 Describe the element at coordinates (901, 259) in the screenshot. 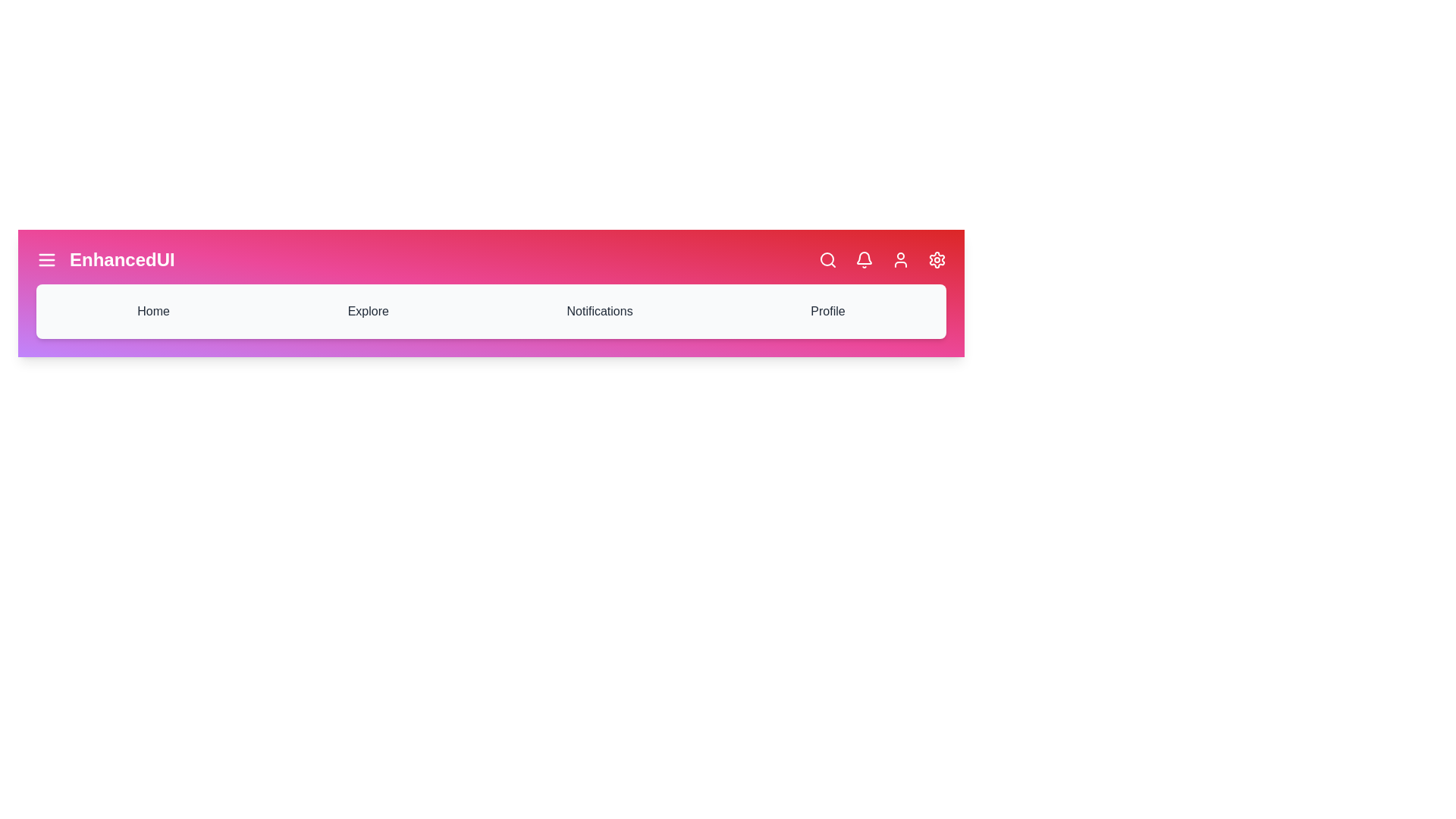

I see `the user icon to view user options` at that location.